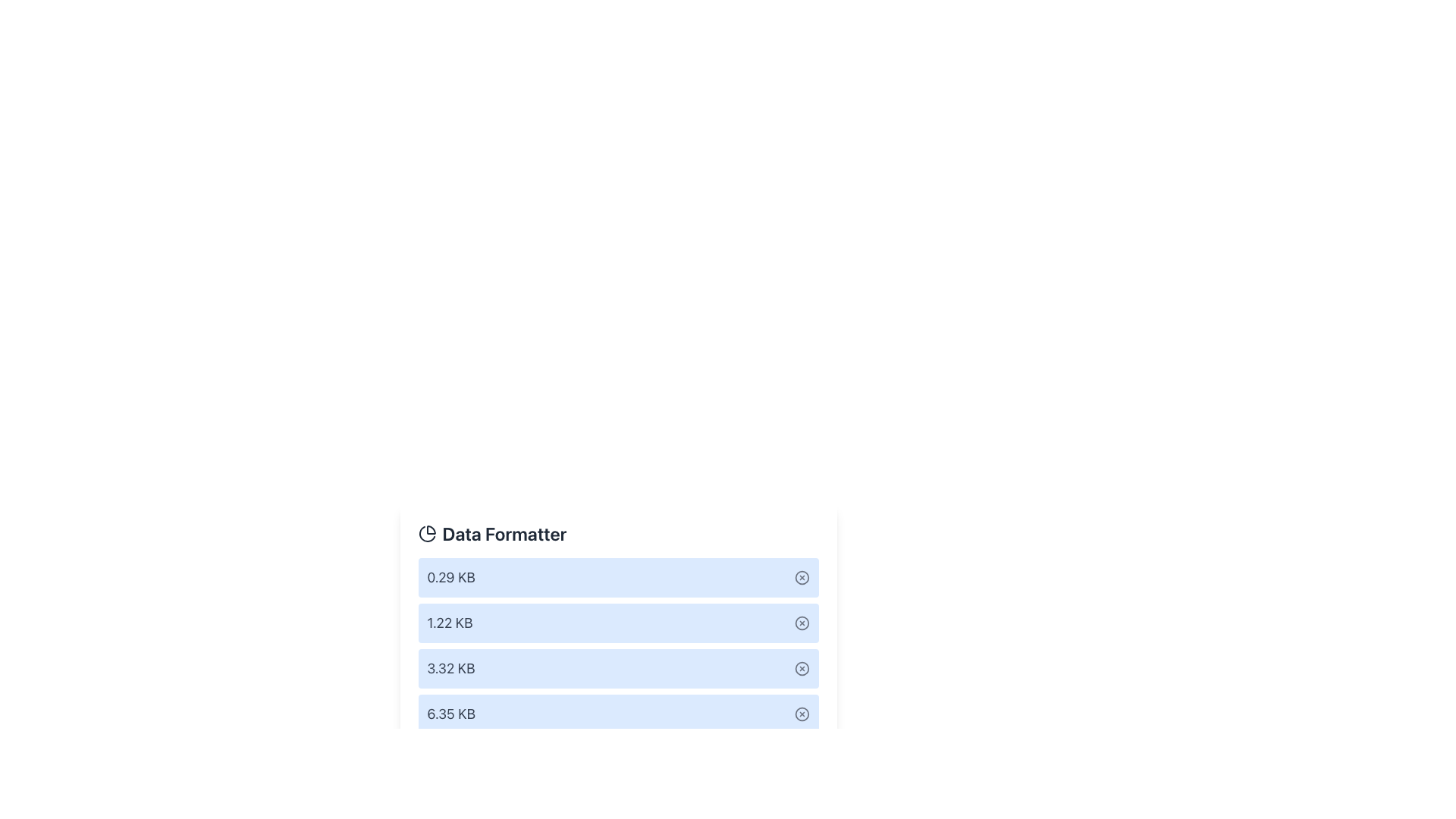  I want to click on the SVG Circle Element located in the bottom-right corner of the interface that serves as a close or cancel button, so click(801, 714).